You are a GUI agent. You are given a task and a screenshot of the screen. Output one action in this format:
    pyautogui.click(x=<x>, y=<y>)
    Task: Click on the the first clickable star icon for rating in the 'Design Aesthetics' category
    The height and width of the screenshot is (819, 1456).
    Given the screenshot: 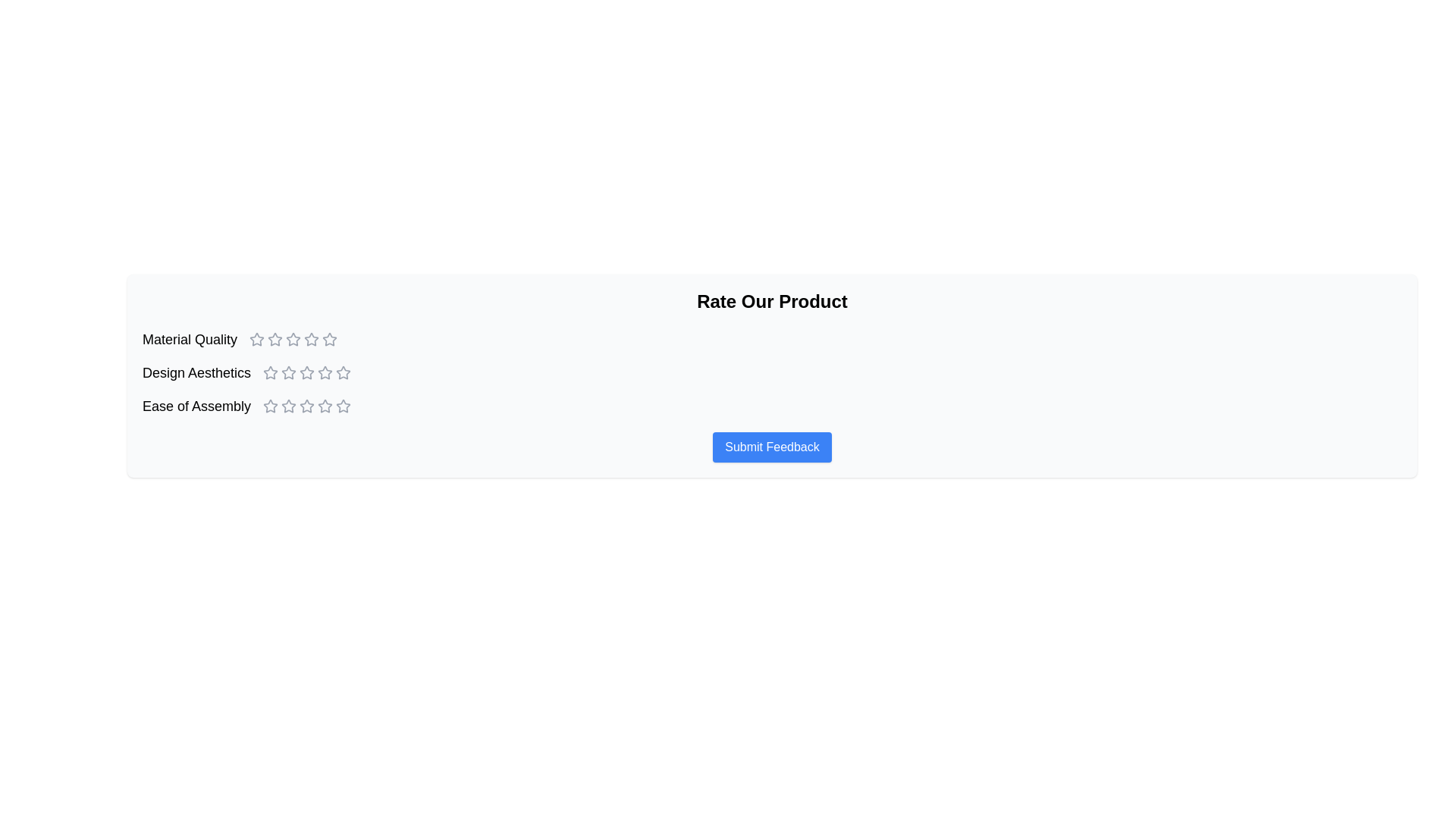 What is the action you would take?
    pyautogui.click(x=271, y=373)
    